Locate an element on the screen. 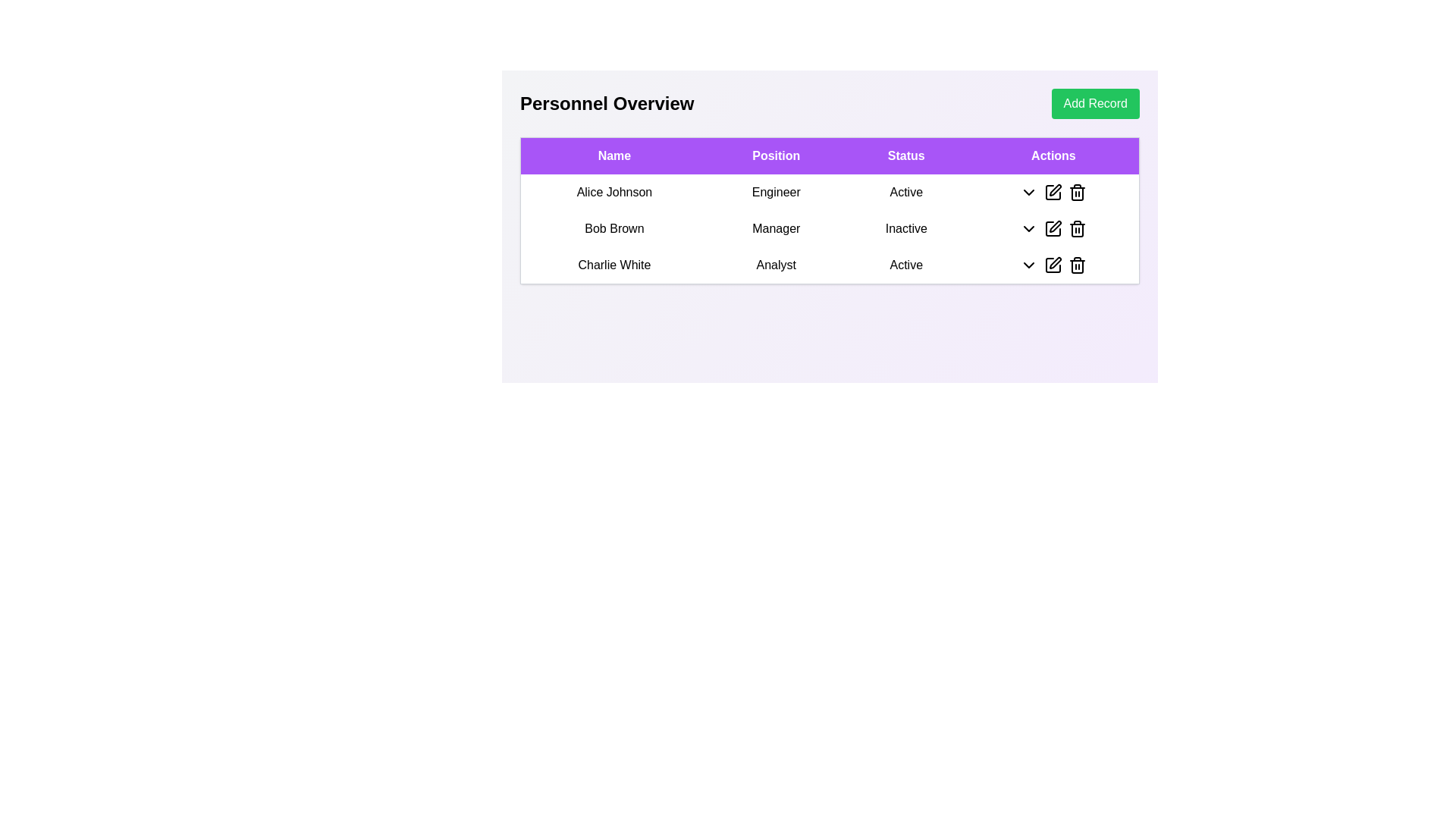 The height and width of the screenshot is (819, 1456). the header cell labeled 'Actions' with a purple background and white text, which is the fourth column header in the table layout is located at coordinates (1053, 155).